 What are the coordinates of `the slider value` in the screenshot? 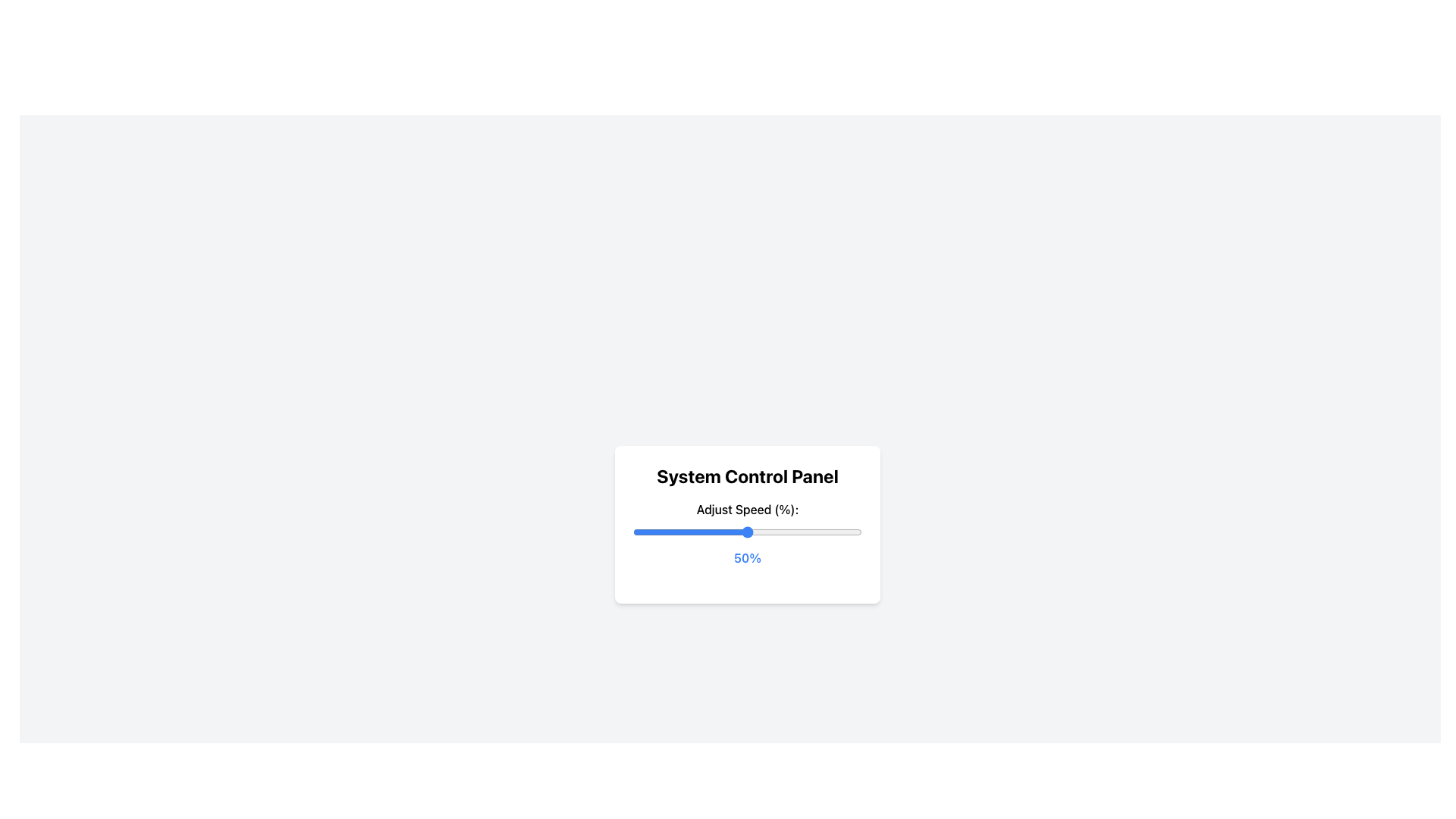 It's located at (667, 532).